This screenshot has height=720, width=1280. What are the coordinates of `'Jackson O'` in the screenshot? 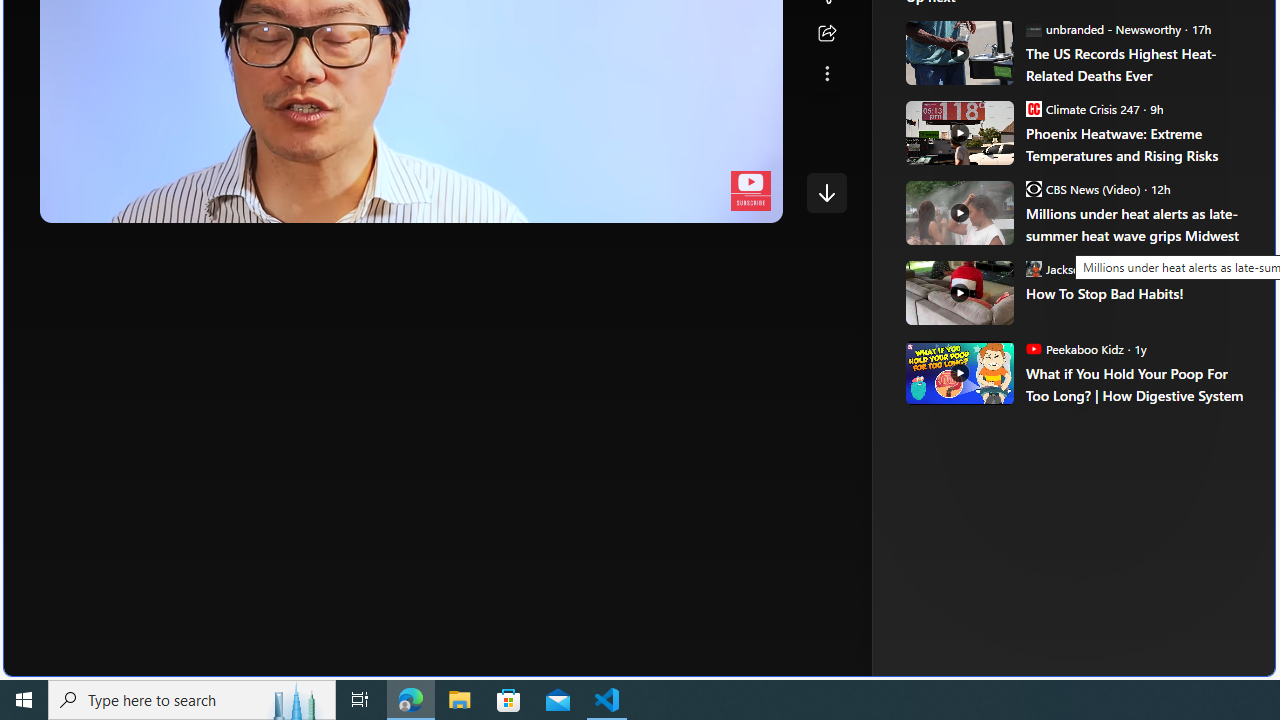 It's located at (1084, 267).